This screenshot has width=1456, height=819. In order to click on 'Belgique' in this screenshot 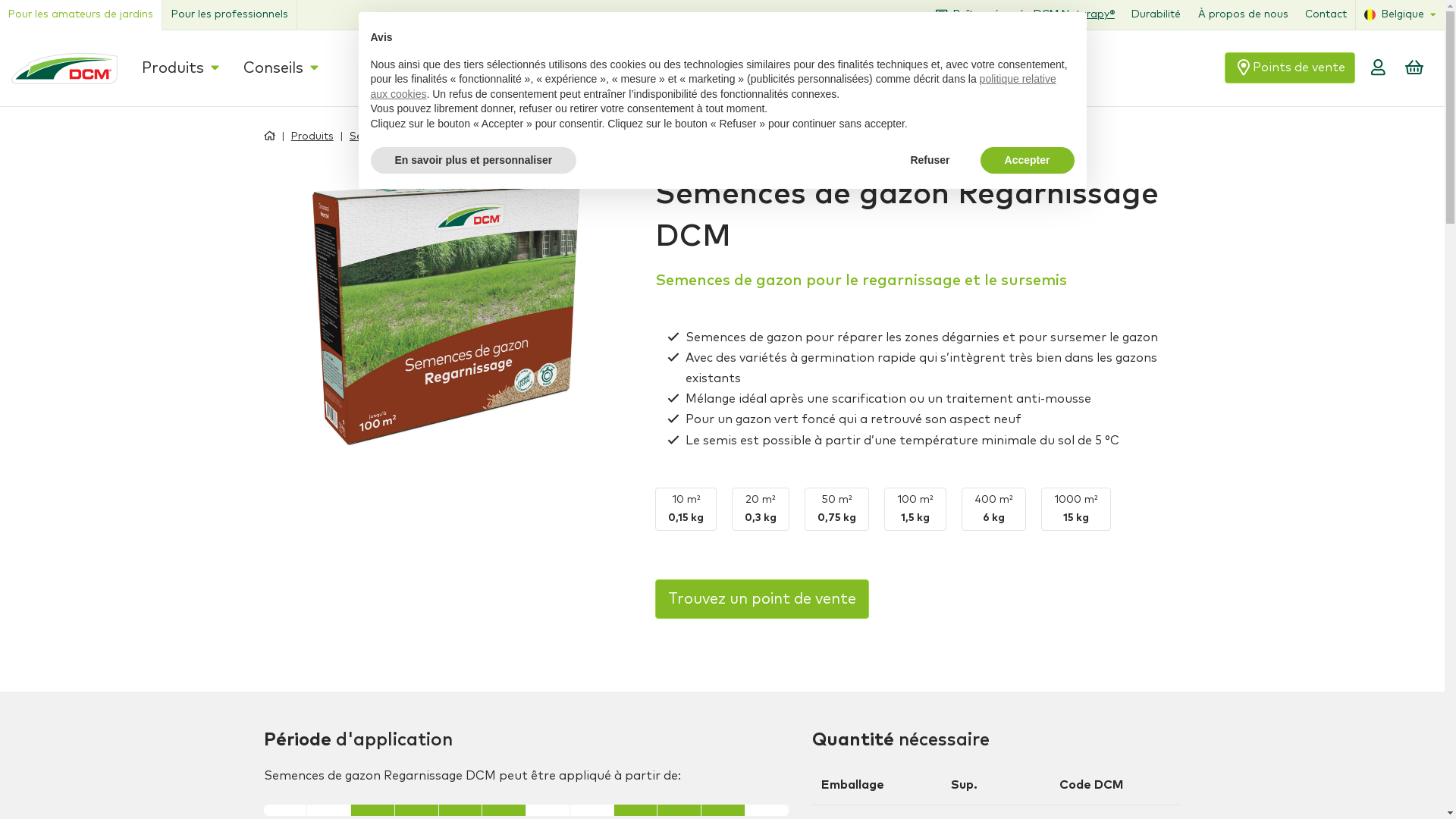, I will do `click(1365, 14)`.